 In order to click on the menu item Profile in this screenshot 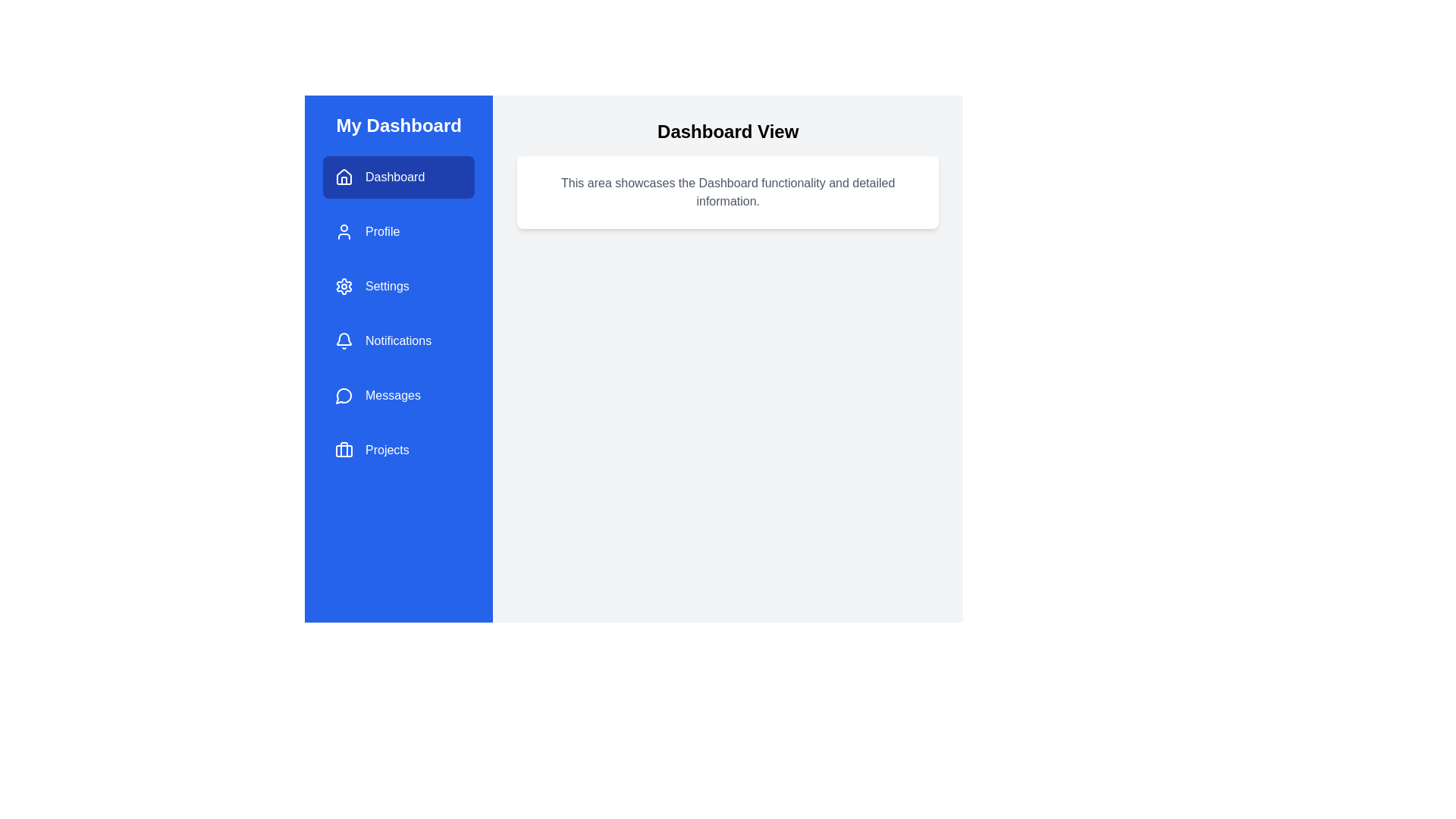, I will do `click(399, 231)`.